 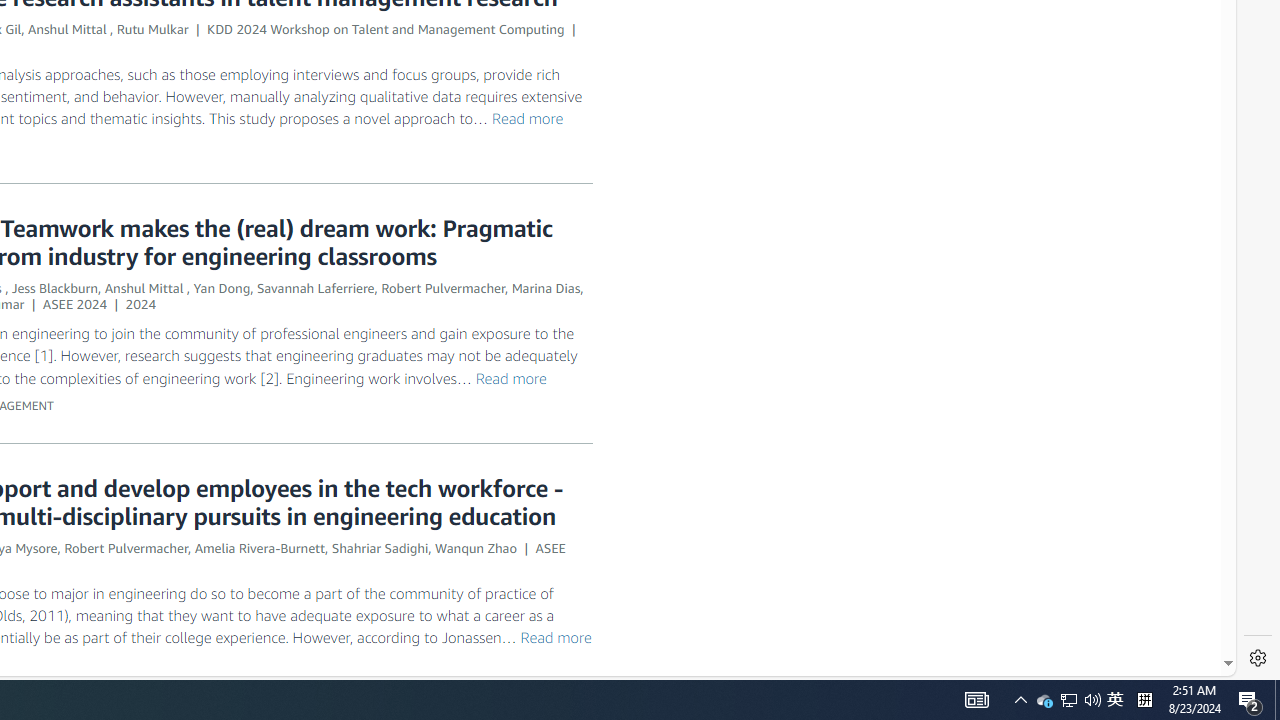 What do you see at coordinates (151, 29) in the screenshot?
I see `'Rutu Mulkar'` at bounding box center [151, 29].